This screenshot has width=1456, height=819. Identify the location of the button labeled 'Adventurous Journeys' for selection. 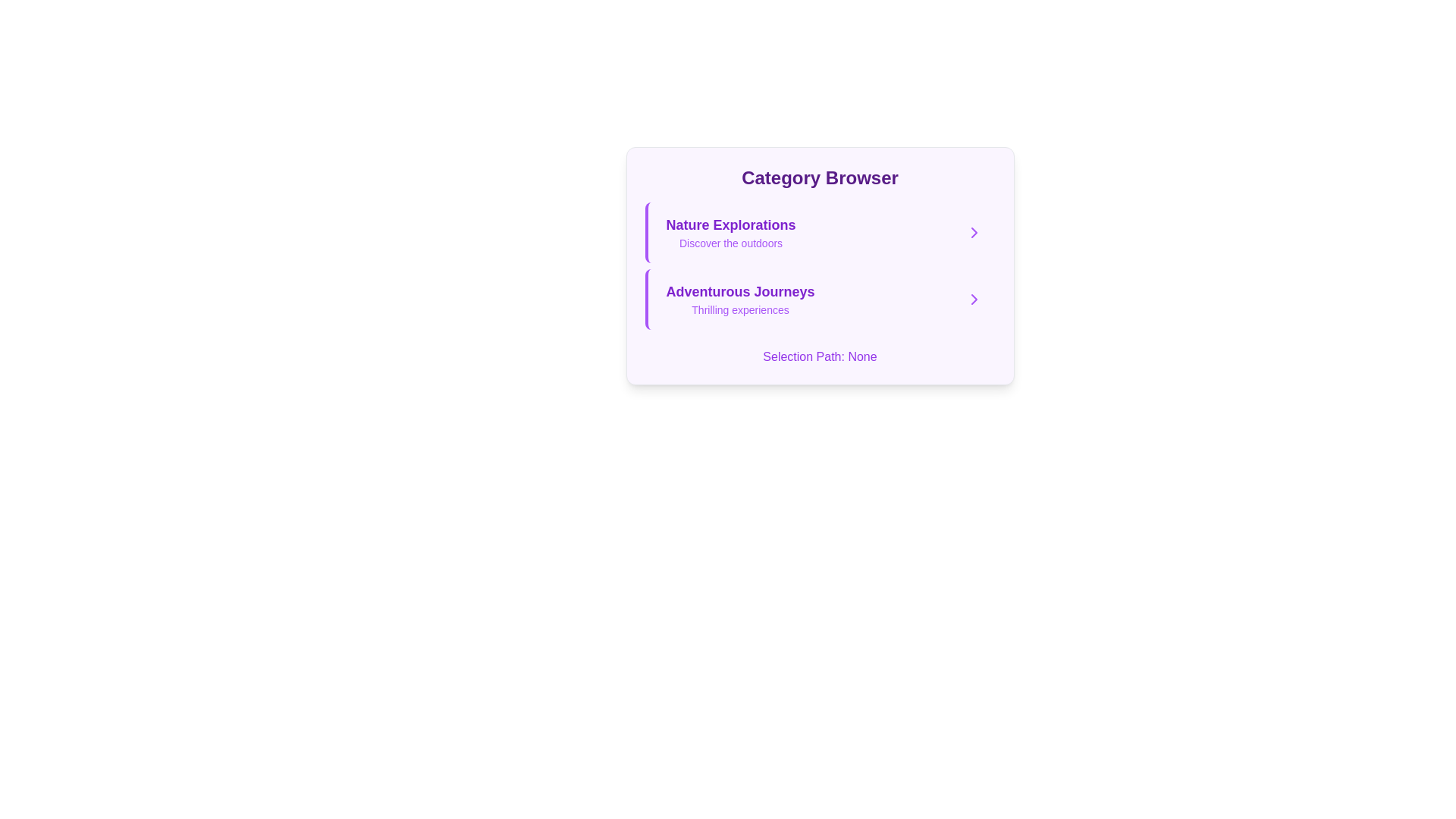
(819, 299).